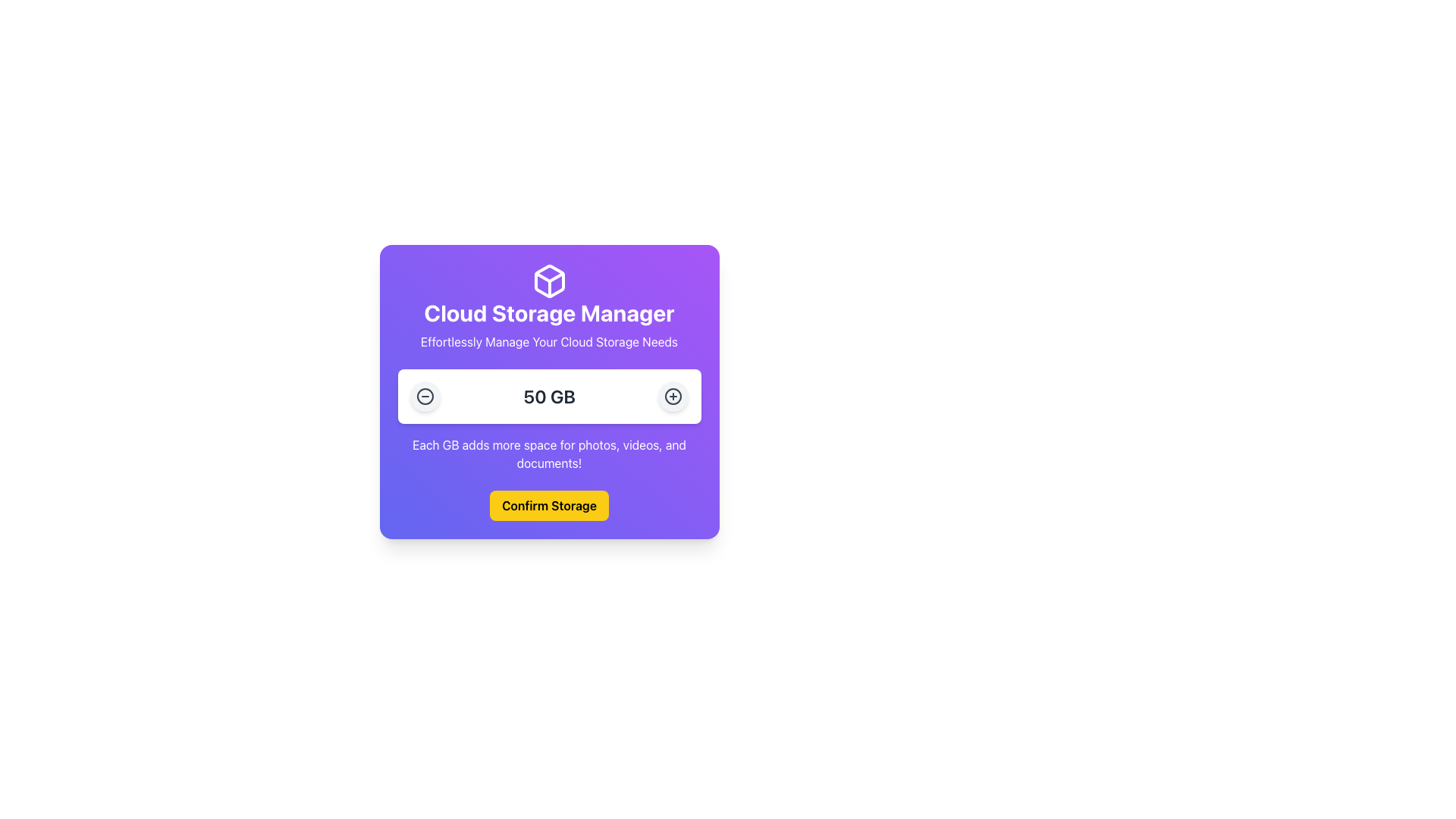 This screenshot has height=819, width=1456. Describe the element at coordinates (548, 281) in the screenshot. I see `the decorative triangular graphical SVG element located at the top-center of the 'Cloud Storage Manager' card-like panel` at that location.